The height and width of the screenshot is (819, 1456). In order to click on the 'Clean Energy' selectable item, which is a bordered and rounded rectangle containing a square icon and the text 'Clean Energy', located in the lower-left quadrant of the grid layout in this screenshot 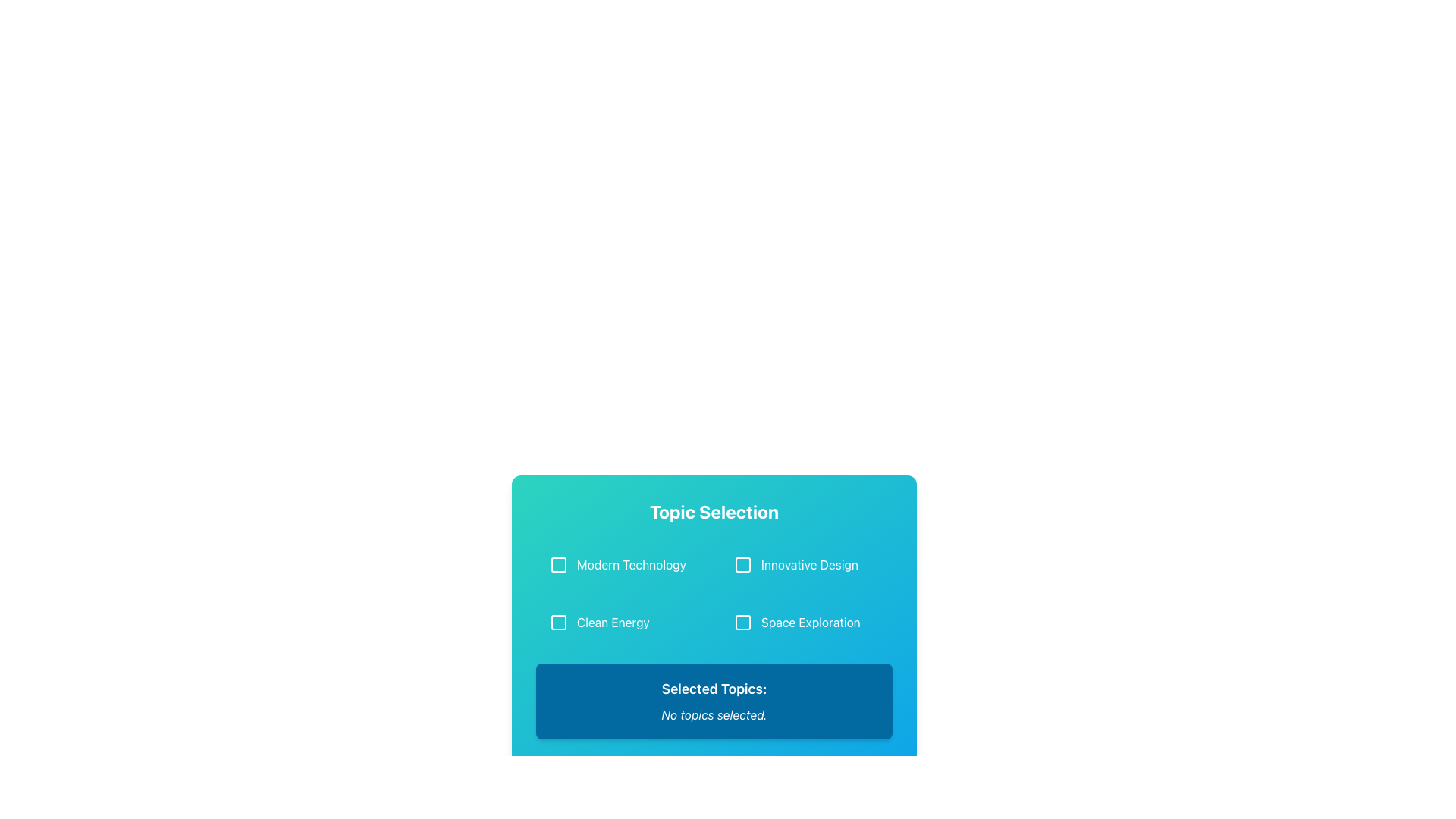, I will do `click(622, 623)`.